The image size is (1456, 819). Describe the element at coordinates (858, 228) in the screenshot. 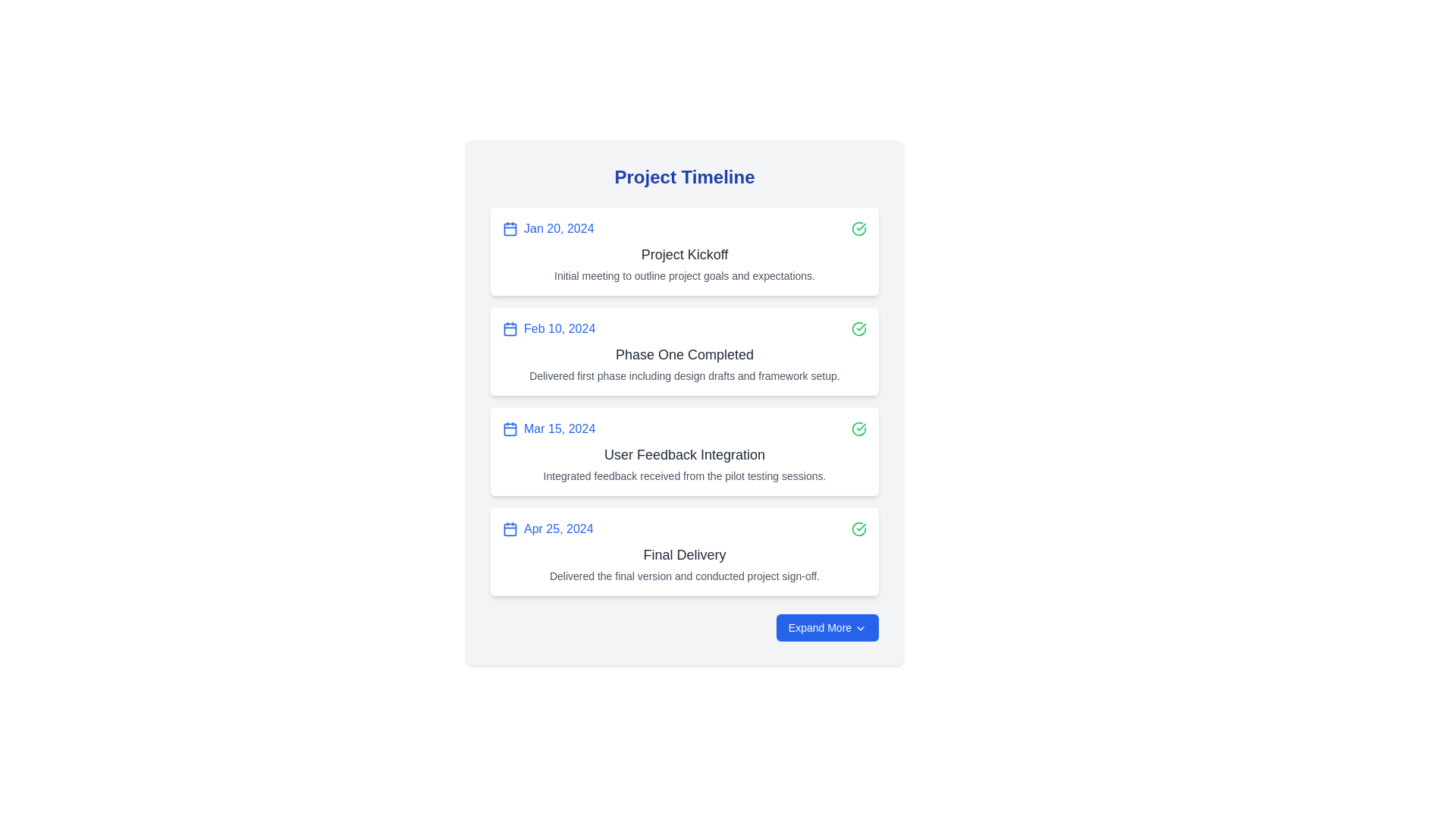

I see `the icon that represents a successful or completed status for the entry dated 'Jan 20, 2024', located at the far right of the corresponding row` at that location.